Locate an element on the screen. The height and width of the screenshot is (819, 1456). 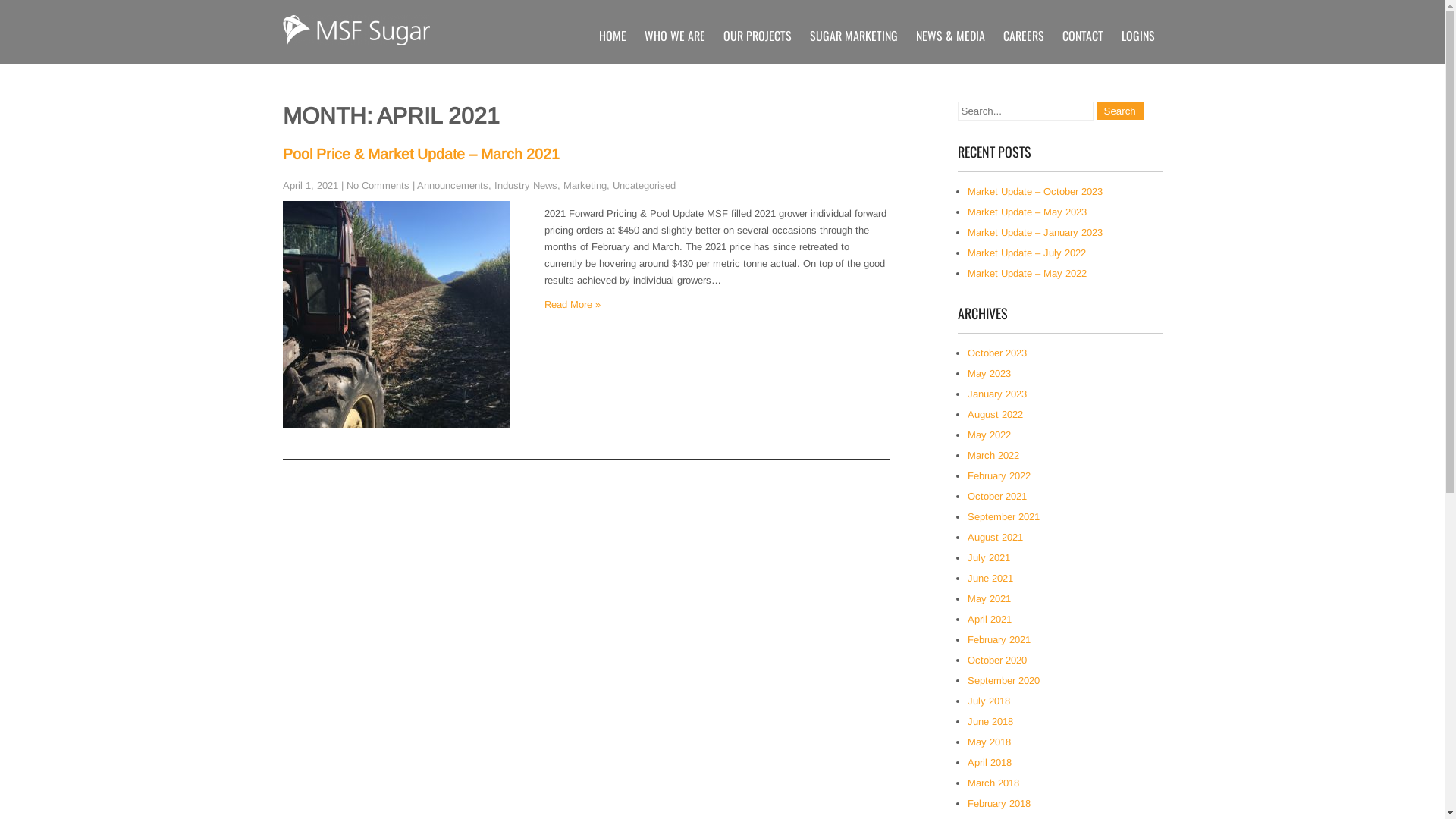
'No Comments' is located at coordinates (377, 184).